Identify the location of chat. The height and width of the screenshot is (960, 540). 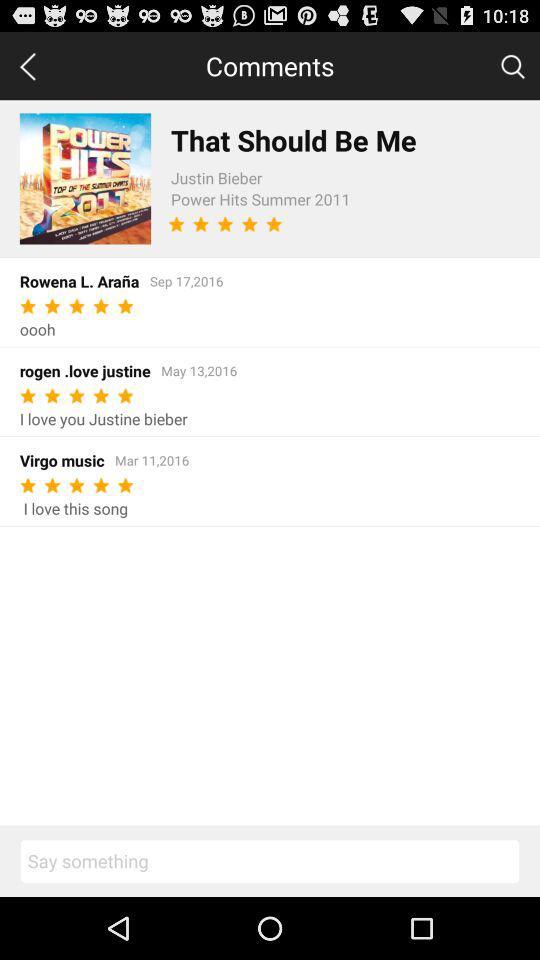
(270, 860).